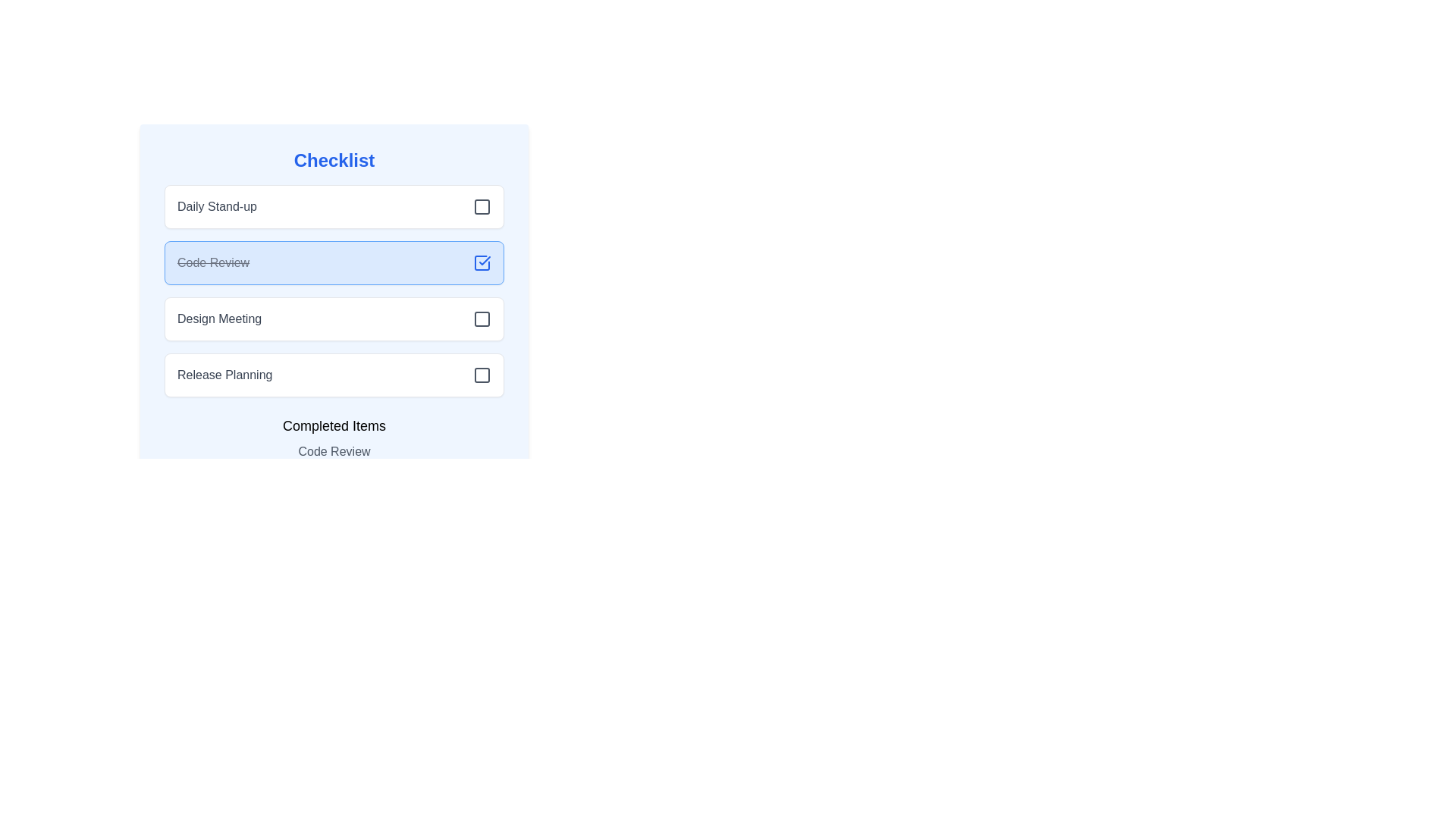  Describe the element at coordinates (334, 262) in the screenshot. I see `the second clickable list item in the 'Checklist' section that indicates a completed task, located between 'Daily Stand-up' and 'Design Meeting'` at that location.